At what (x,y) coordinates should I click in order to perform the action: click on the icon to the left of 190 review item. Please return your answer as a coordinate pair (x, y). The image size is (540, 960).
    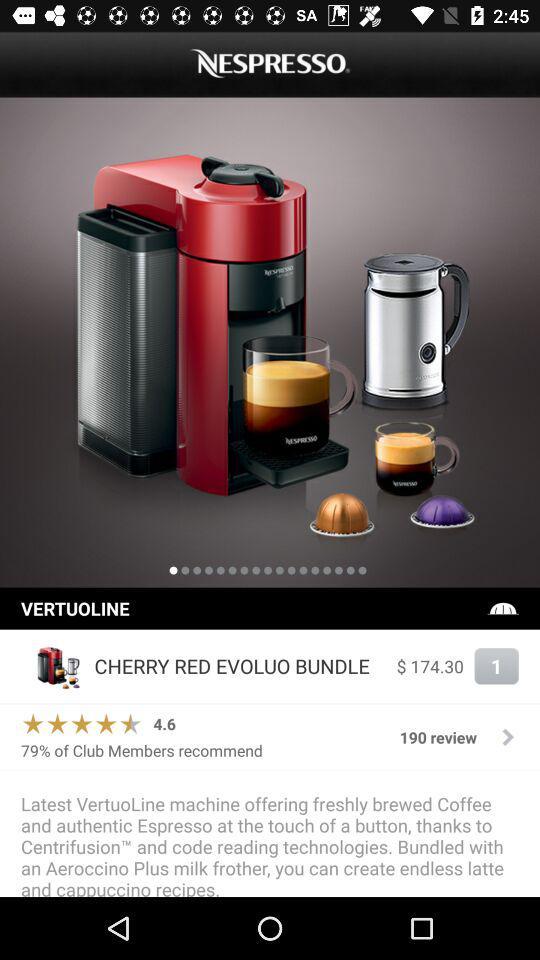
    Looking at the image, I should click on (140, 749).